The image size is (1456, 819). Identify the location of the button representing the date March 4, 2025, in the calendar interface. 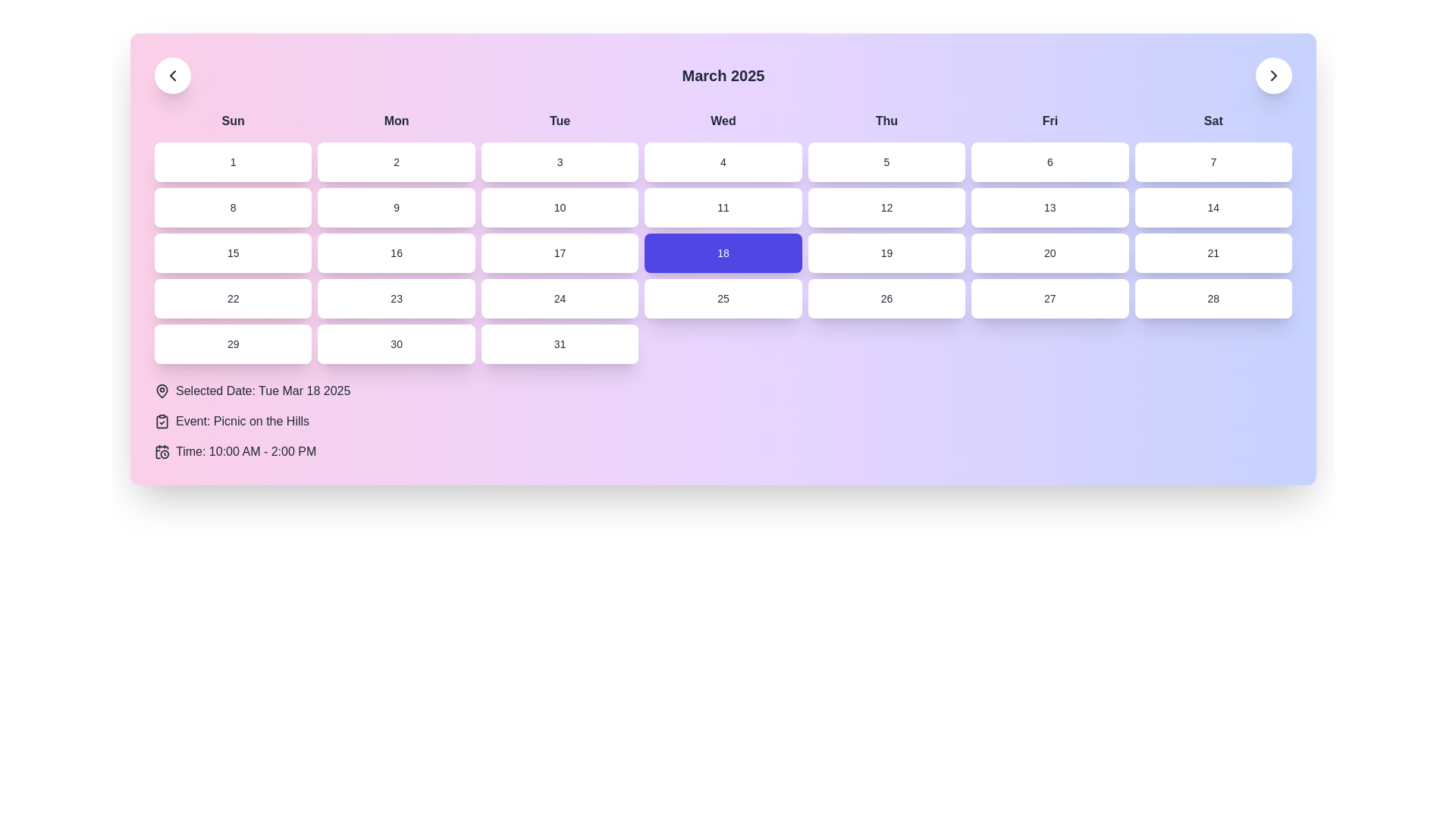
(723, 162).